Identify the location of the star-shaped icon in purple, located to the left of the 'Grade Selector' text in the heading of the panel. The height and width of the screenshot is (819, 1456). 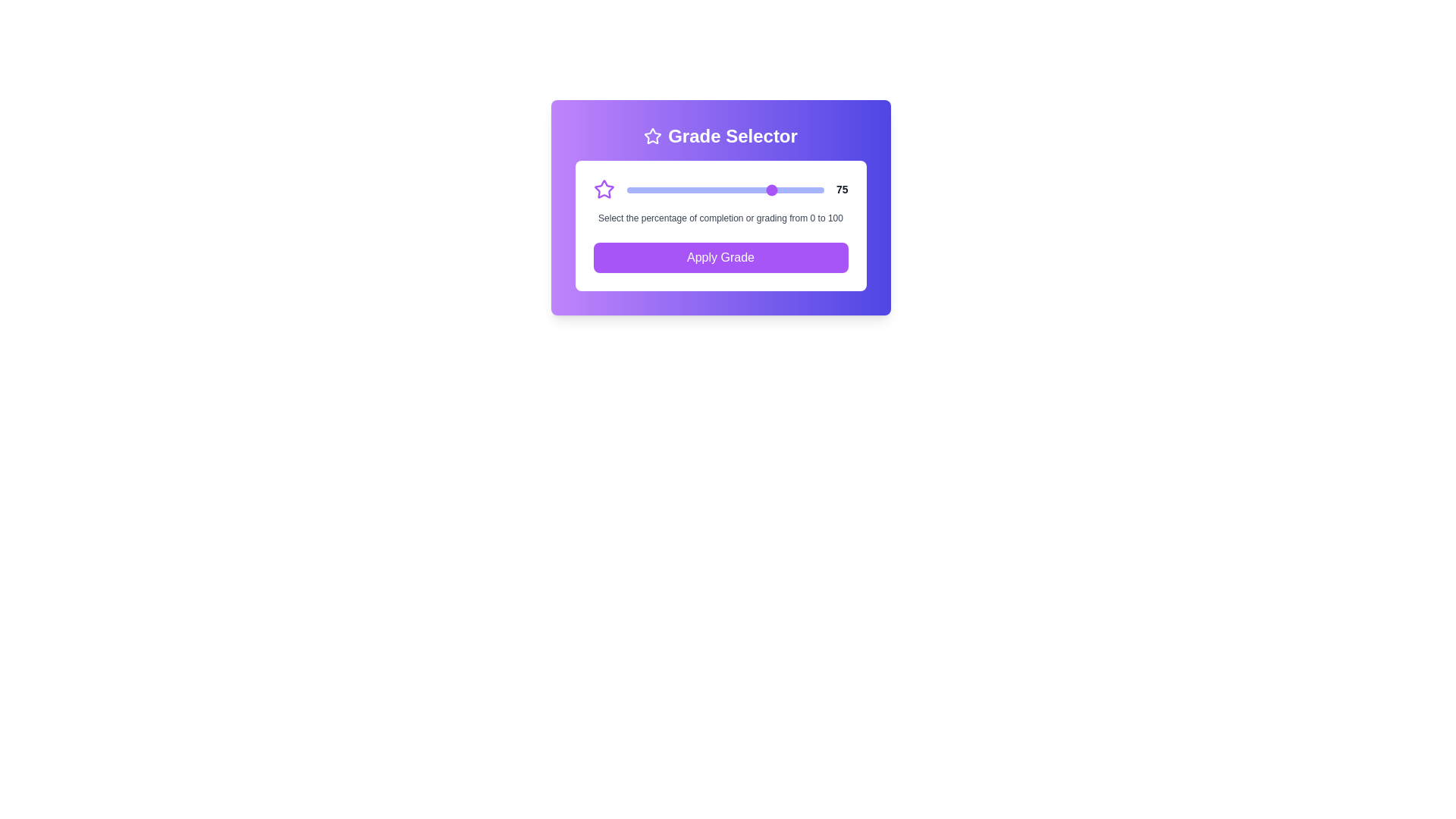
(653, 136).